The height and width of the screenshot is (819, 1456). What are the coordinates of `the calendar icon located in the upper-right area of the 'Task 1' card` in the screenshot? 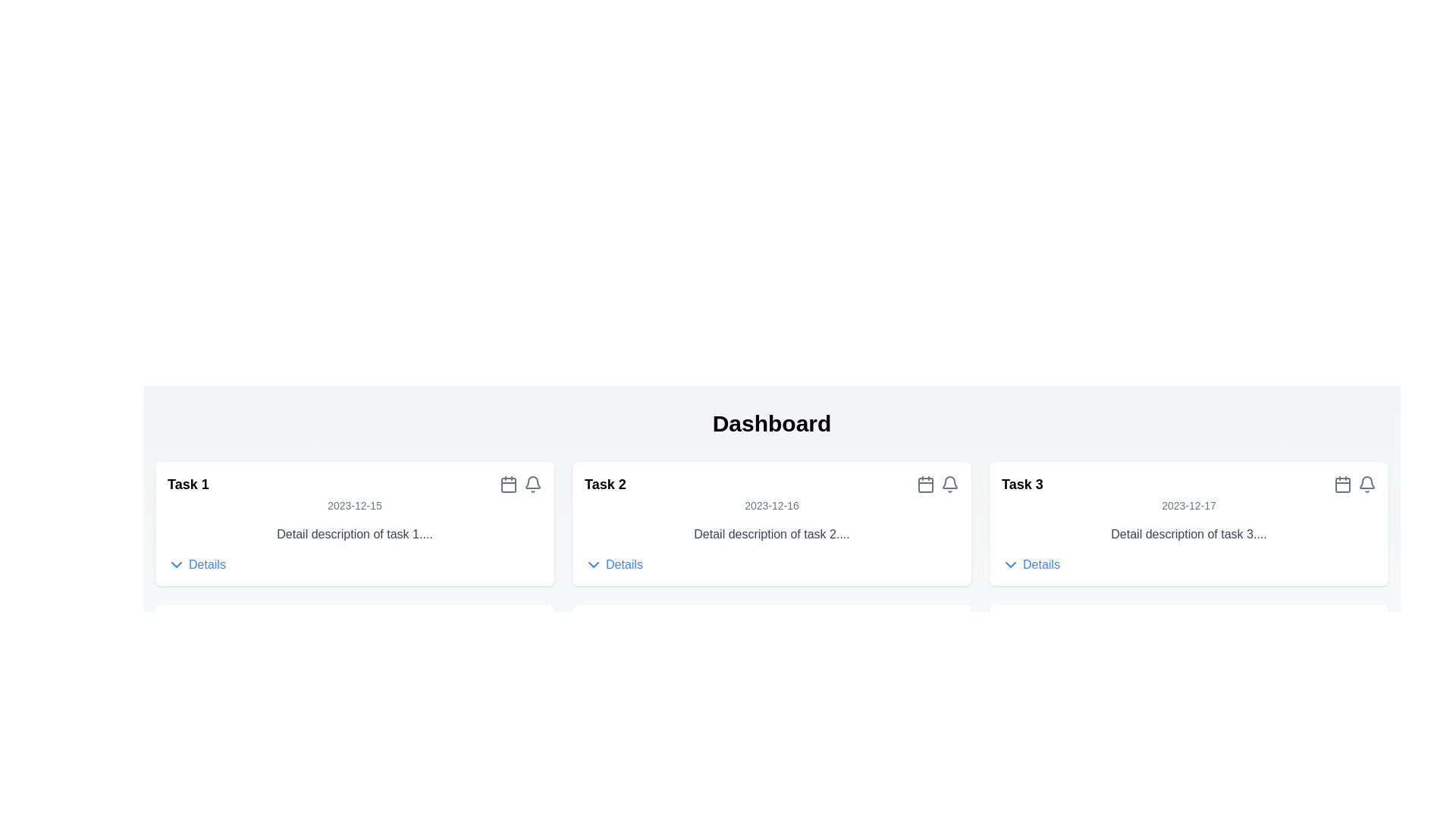 It's located at (520, 485).